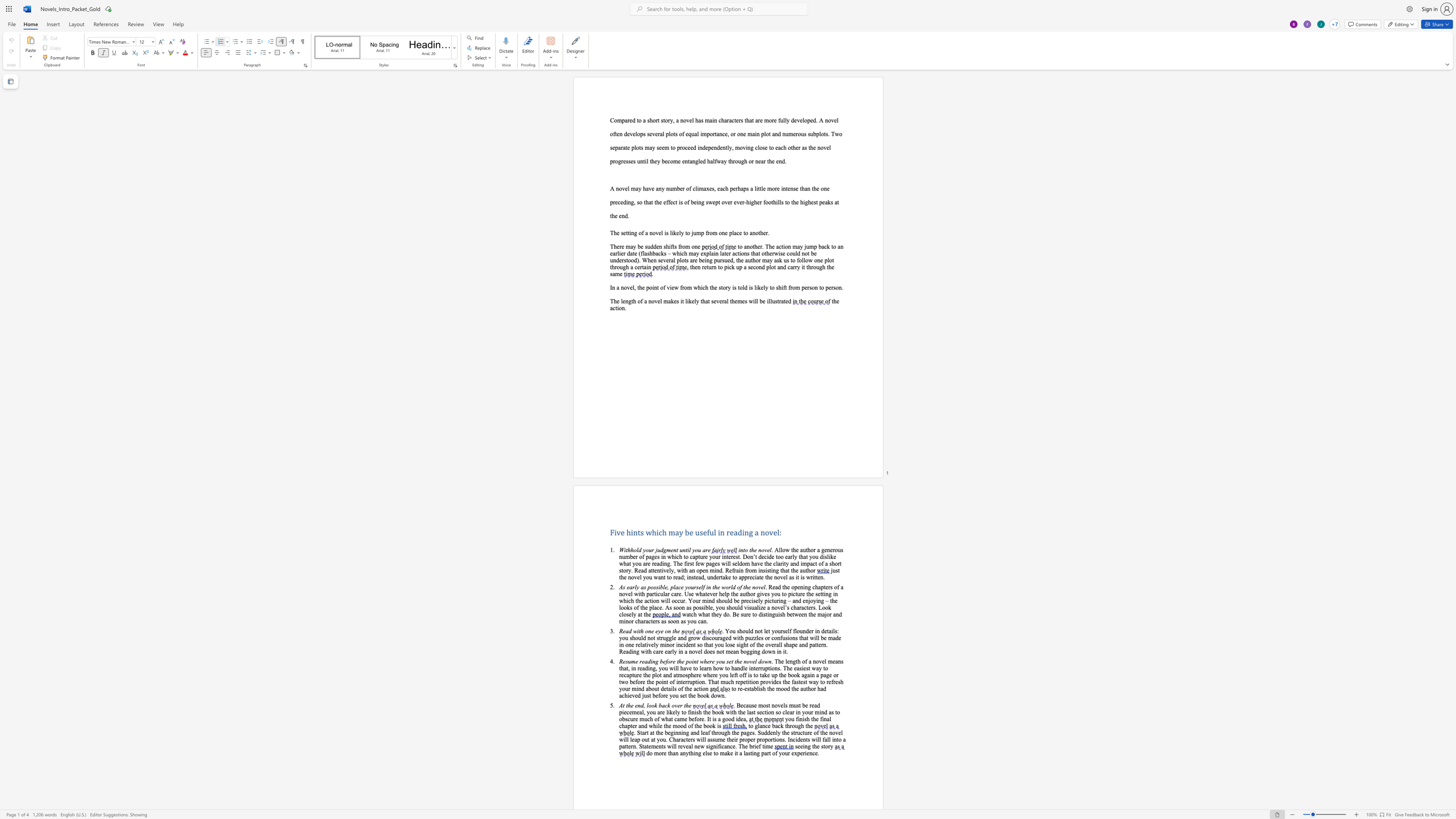  I want to click on the space between the continuous character "u" and "i" in the text, so click(777, 614).